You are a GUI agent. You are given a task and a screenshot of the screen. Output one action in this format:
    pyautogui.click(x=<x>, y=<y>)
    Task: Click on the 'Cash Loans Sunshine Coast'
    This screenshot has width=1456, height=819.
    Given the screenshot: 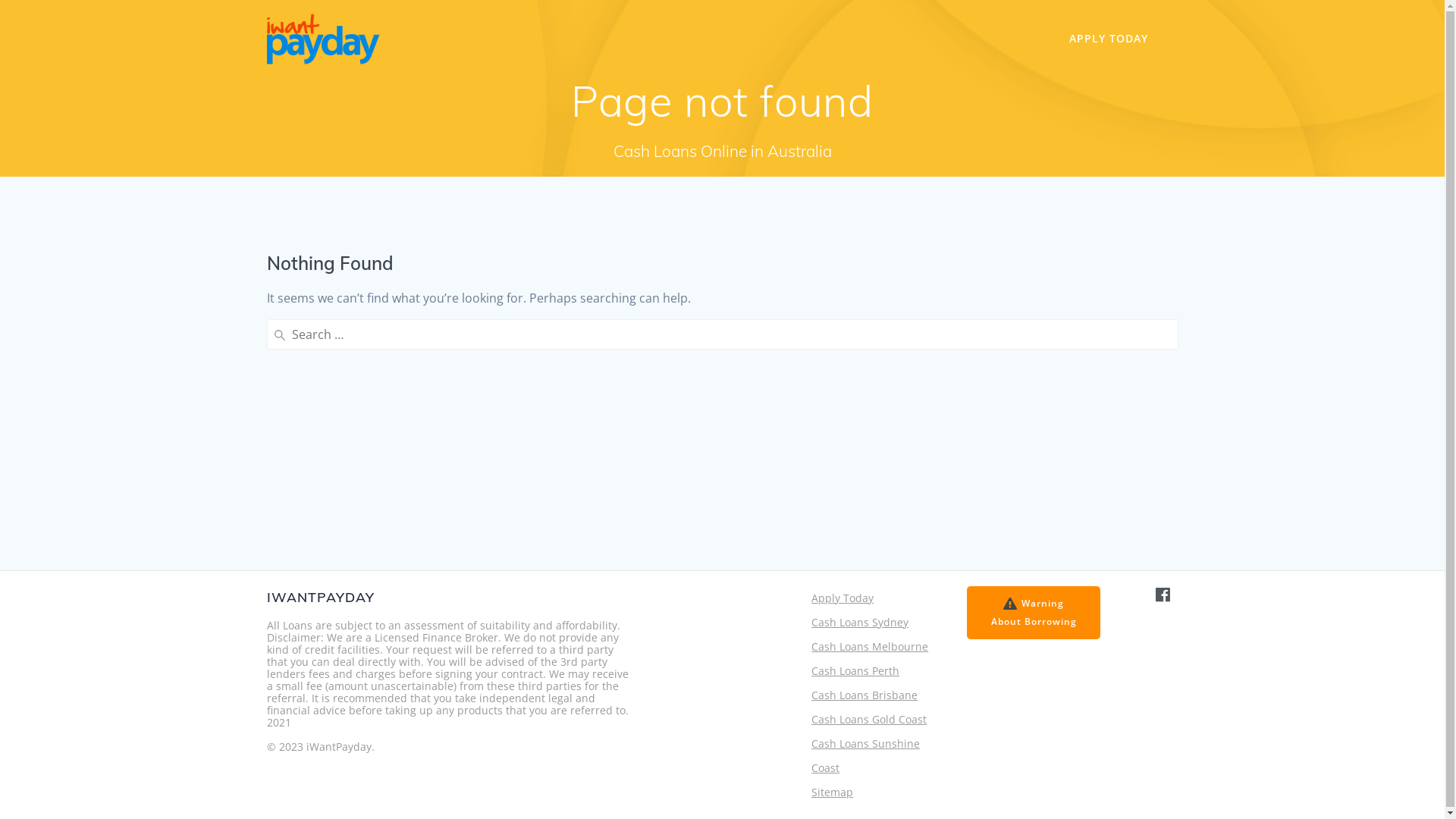 What is the action you would take?
    pyautogui.click(x=865, y=755)
    